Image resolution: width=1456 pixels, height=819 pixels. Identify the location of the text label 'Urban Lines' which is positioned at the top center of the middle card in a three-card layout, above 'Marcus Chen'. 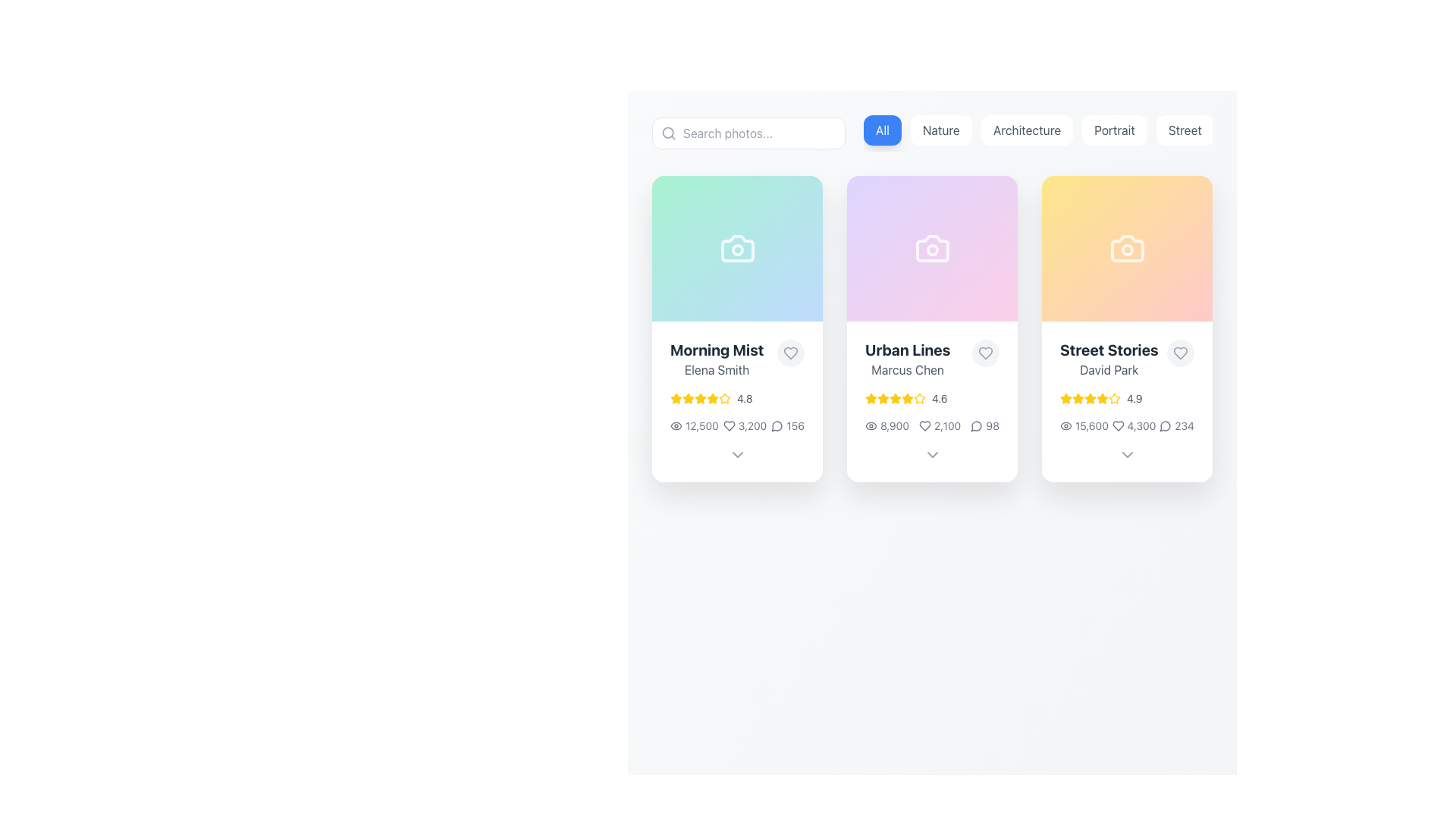
(908, 350).